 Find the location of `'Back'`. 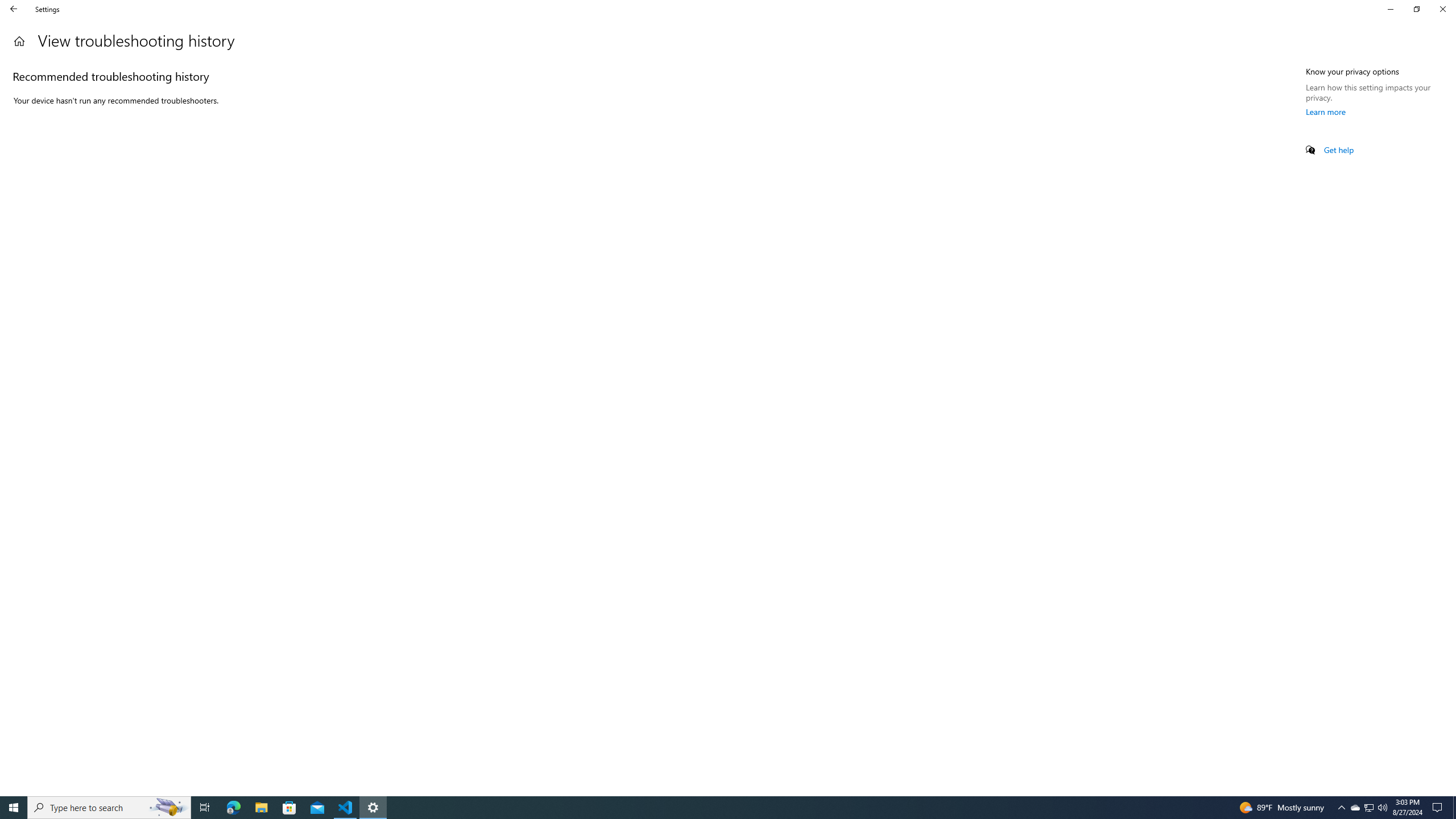

'Back' is located at coordinates (14, 9).